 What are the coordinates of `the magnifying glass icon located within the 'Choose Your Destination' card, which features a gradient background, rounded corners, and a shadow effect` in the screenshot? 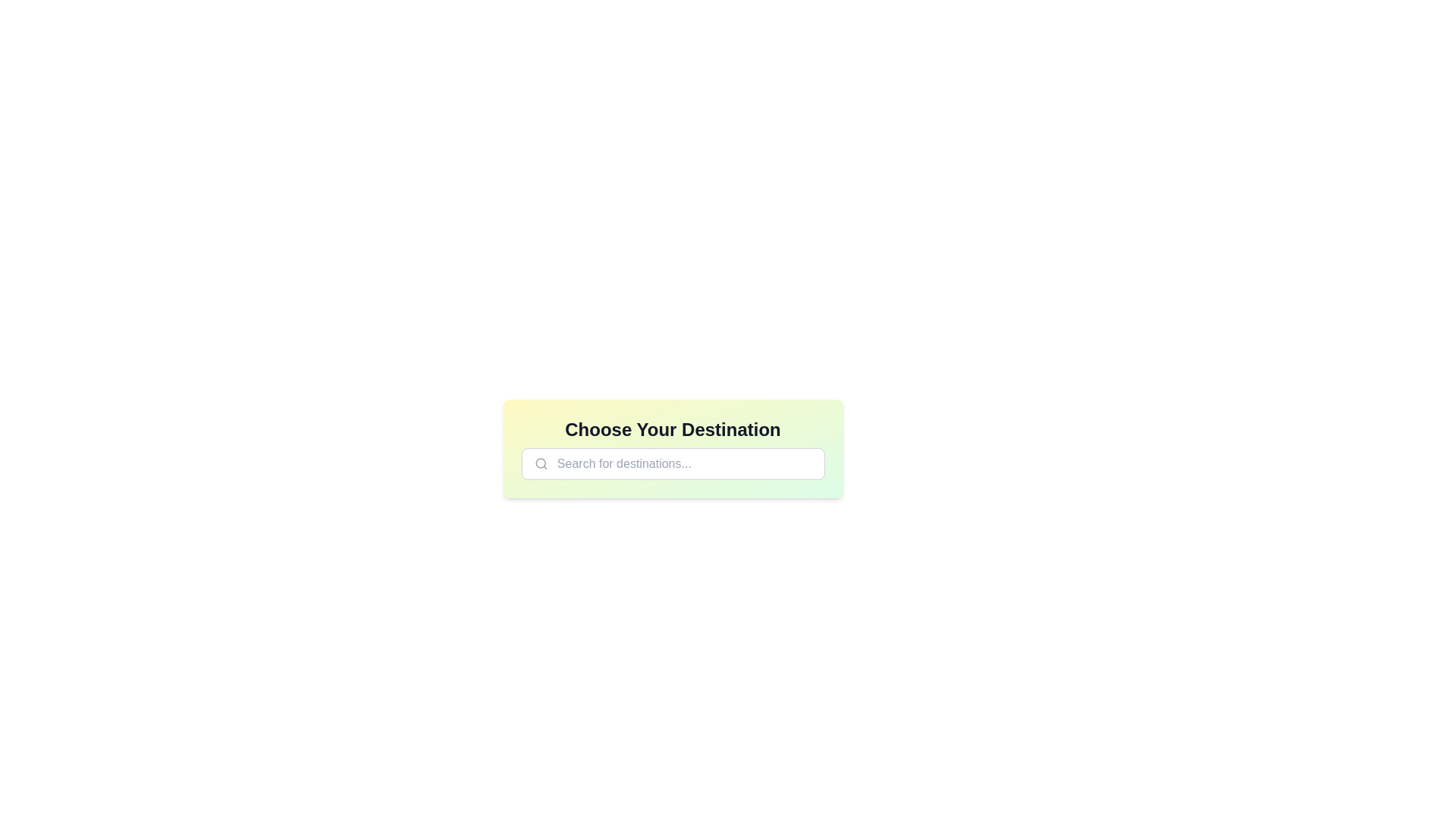 It's located at (672, 447).